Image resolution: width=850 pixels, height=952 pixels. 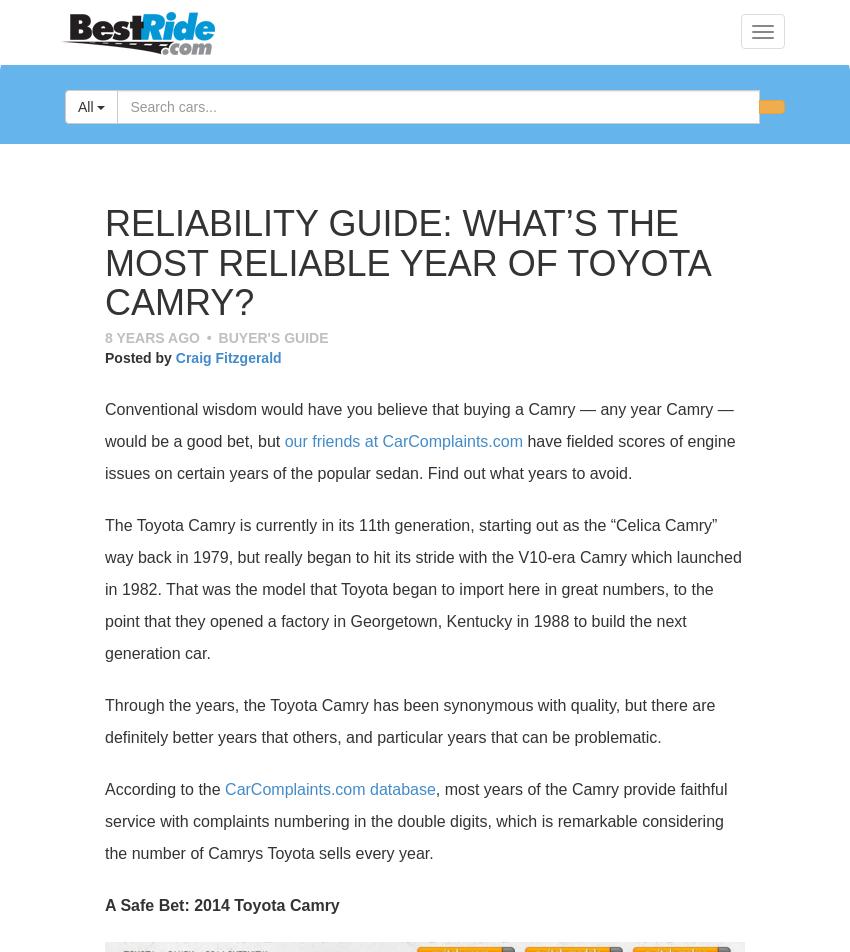 What do you see at coordinates (272, 337) in the screenshot?
I see `'Buyer's Guide'` at bounding box center [272, 337].